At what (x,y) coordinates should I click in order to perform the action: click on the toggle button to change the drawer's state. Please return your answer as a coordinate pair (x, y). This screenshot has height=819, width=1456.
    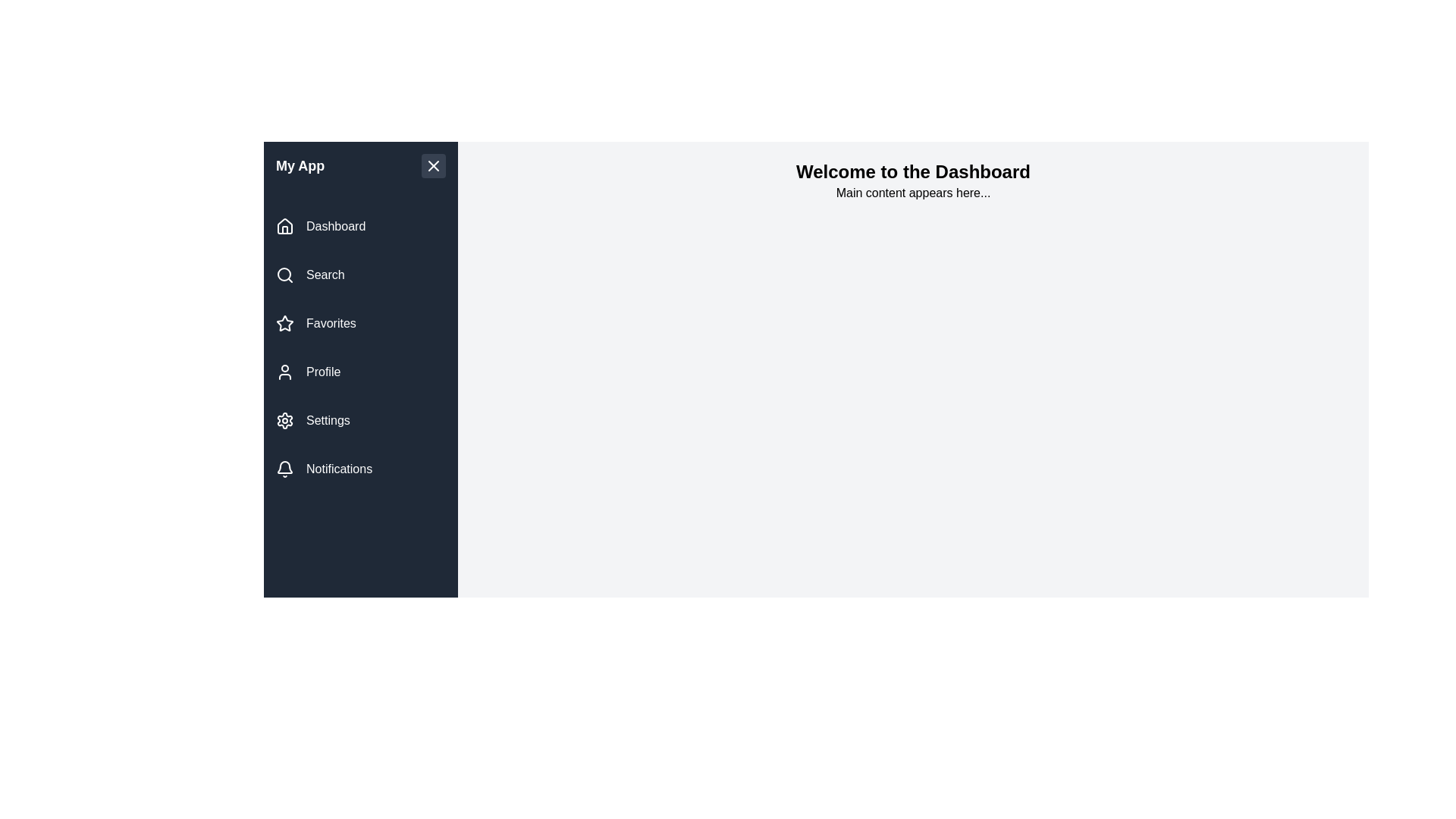
    Looking at the image, I should click on (432, 166).